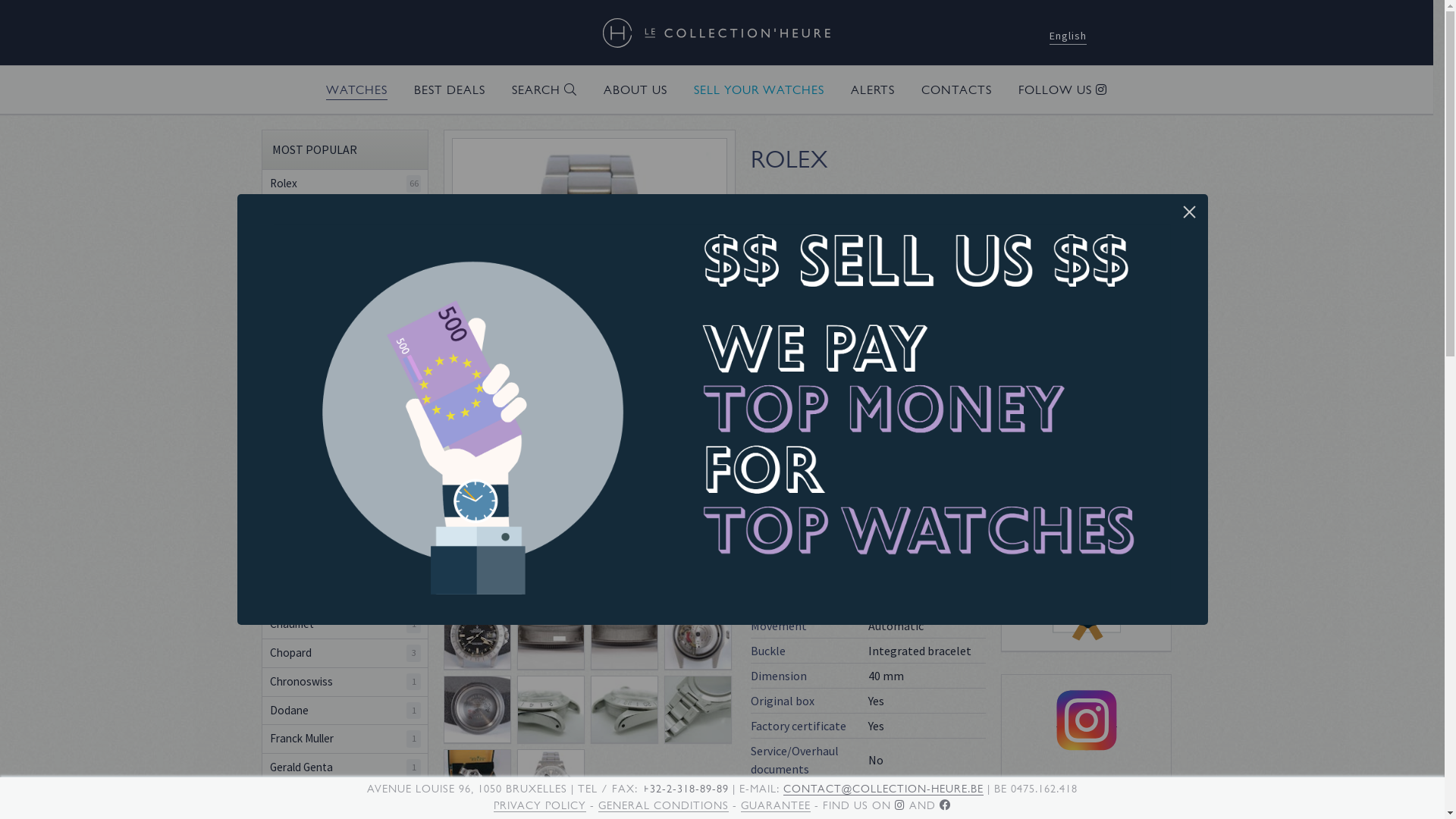  I want to click on 'BEST DEALS', so click(449, 90).